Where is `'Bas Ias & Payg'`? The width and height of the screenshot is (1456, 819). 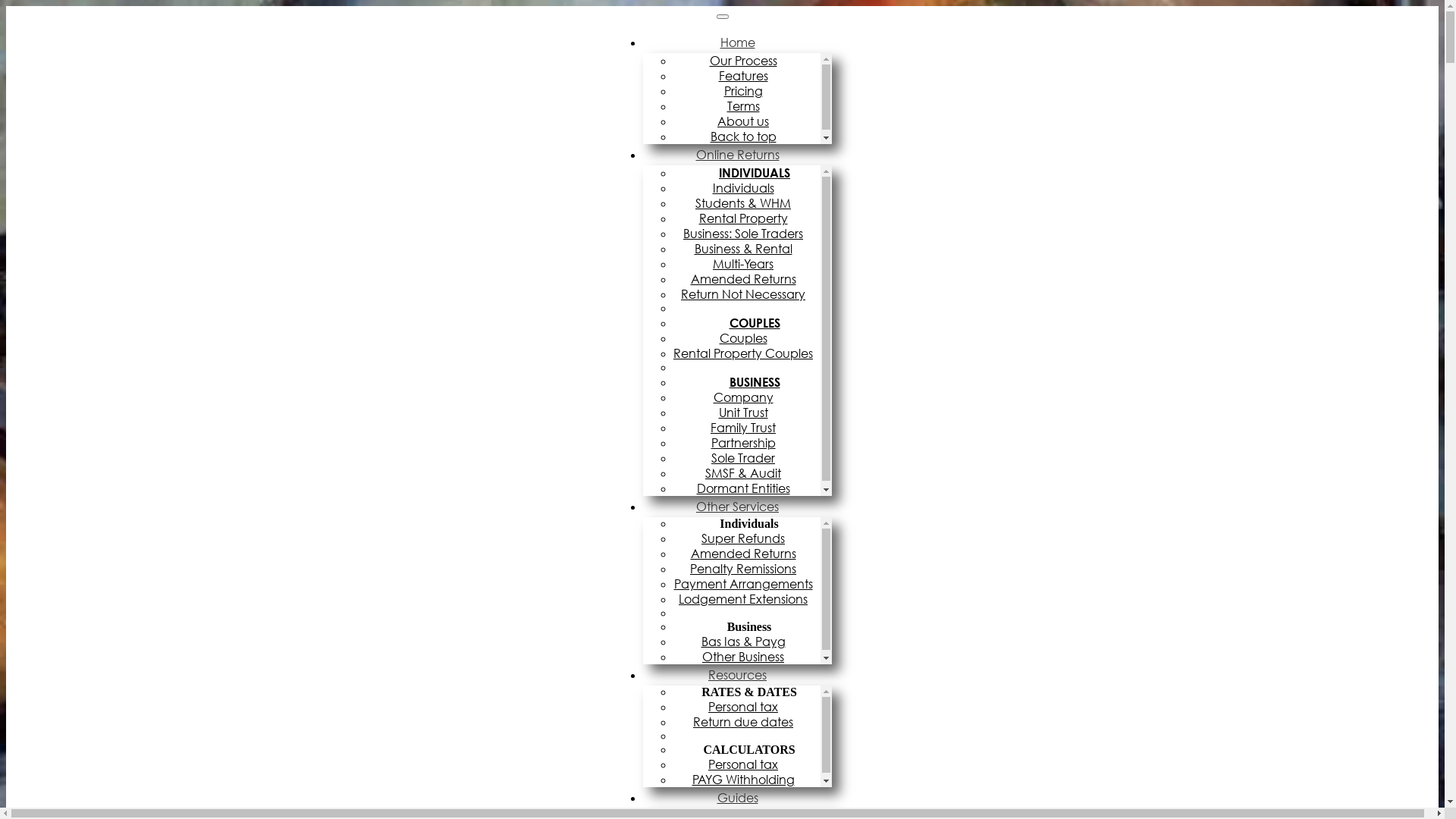
'Bas Ias & Payg' is located at coordinates (746, 641).